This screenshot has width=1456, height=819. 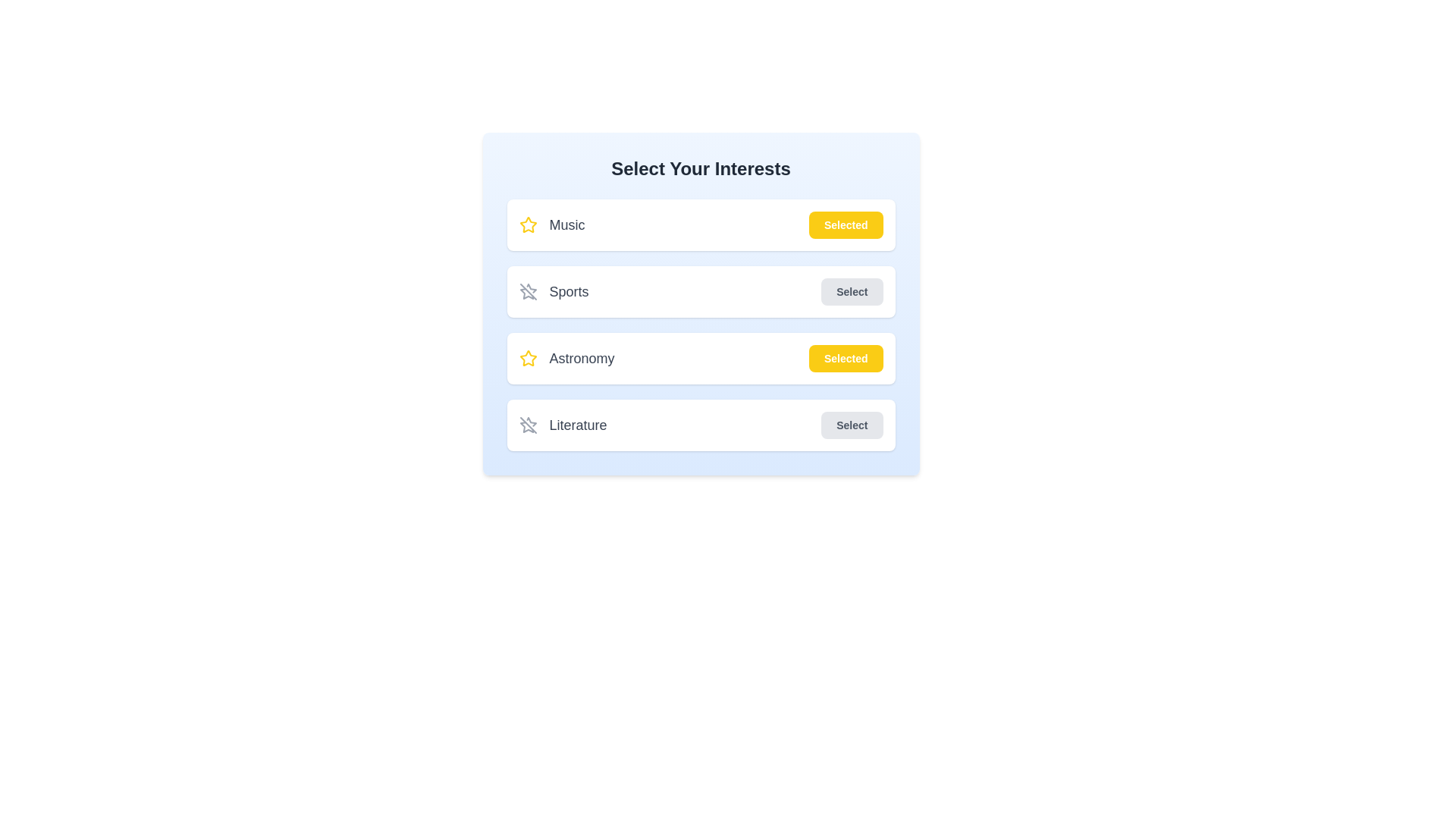 I want to click on the interest Literature, so click(x=852, y=425).